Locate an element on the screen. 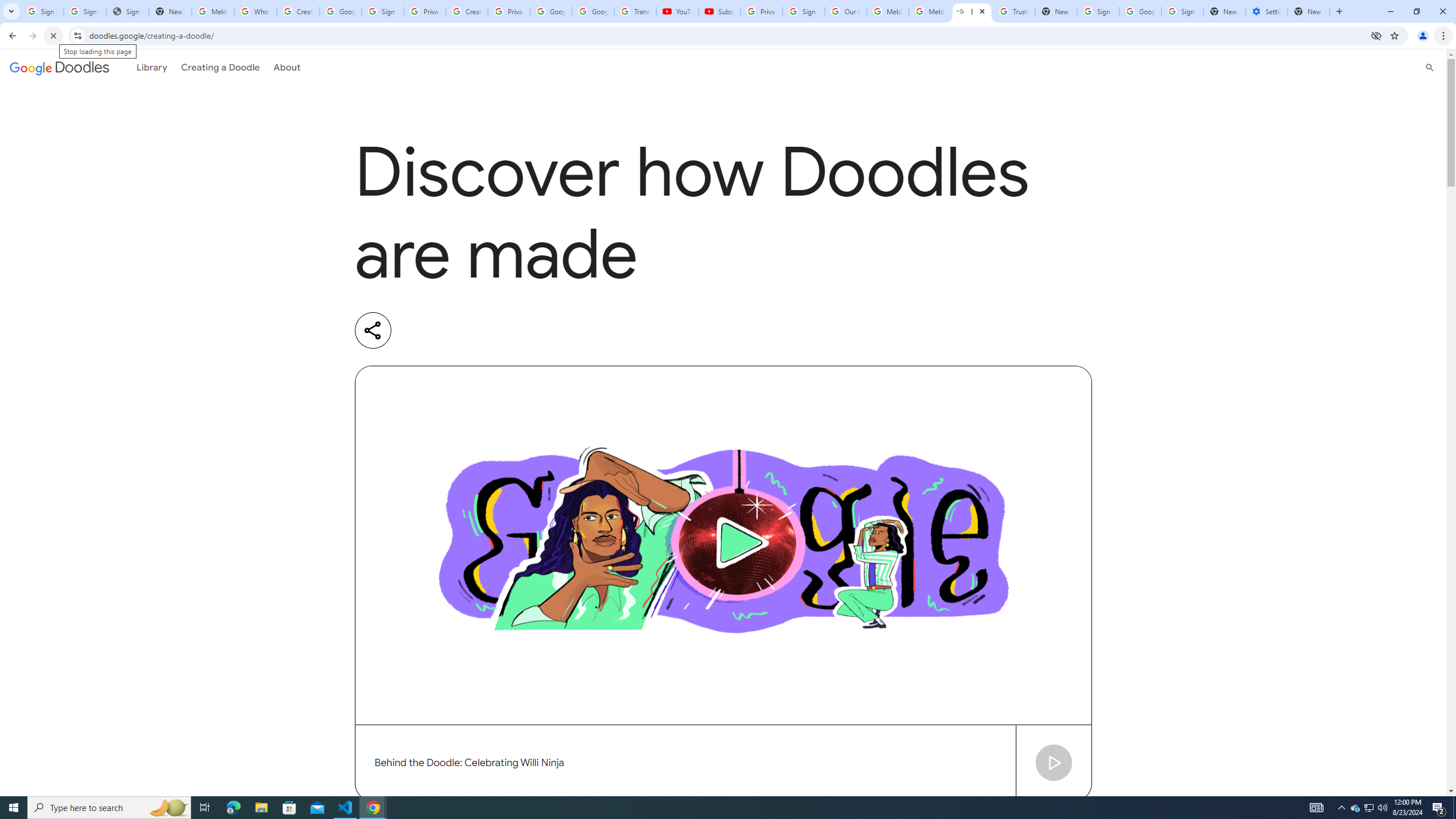 This screenshot has height=819, width=1456. 'Who is my administrator? - Google Account Help' is located at coordinates (255, 11).